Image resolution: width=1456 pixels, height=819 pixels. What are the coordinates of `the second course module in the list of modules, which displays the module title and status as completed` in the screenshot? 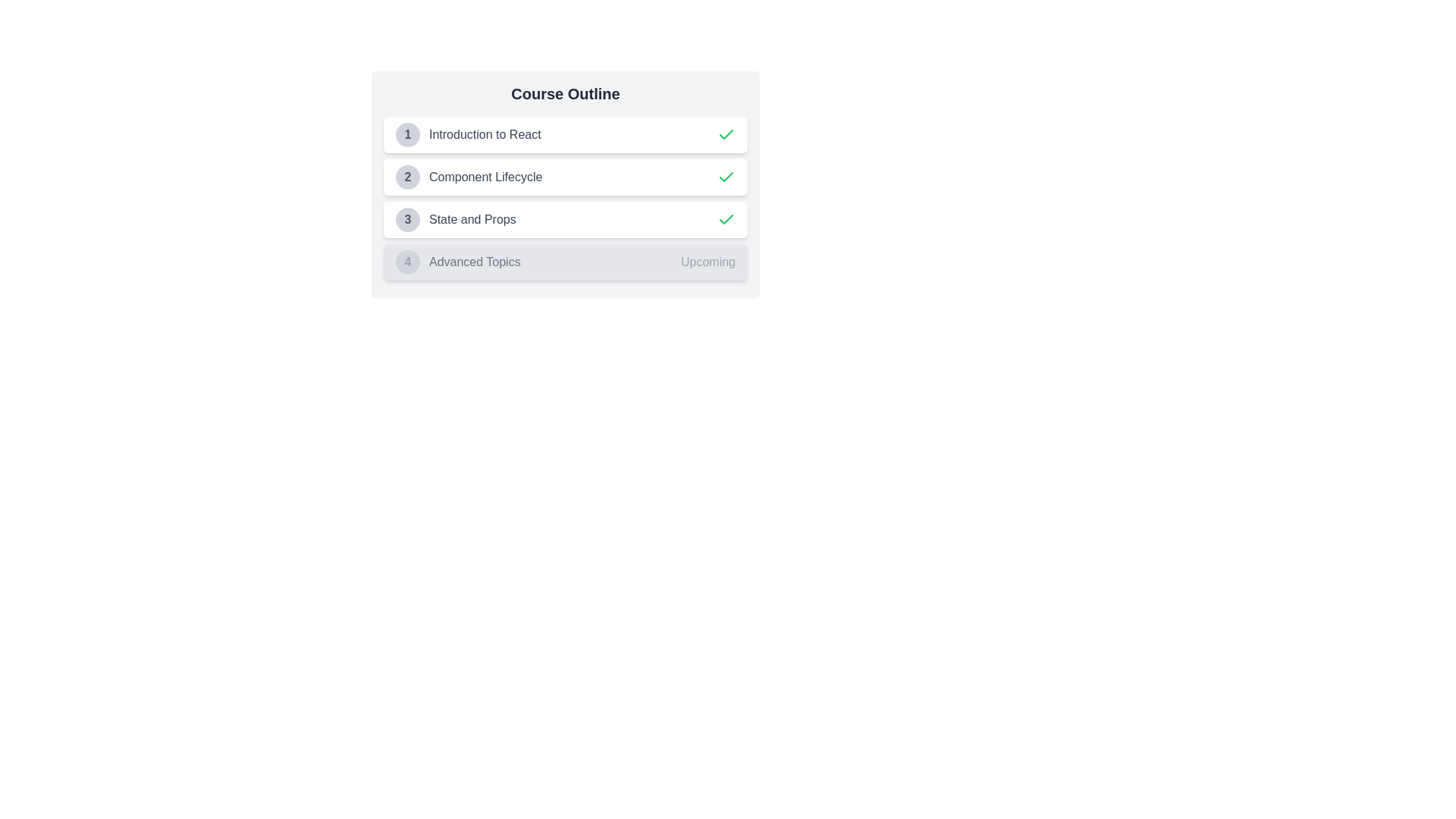 It's located at (564, 184).